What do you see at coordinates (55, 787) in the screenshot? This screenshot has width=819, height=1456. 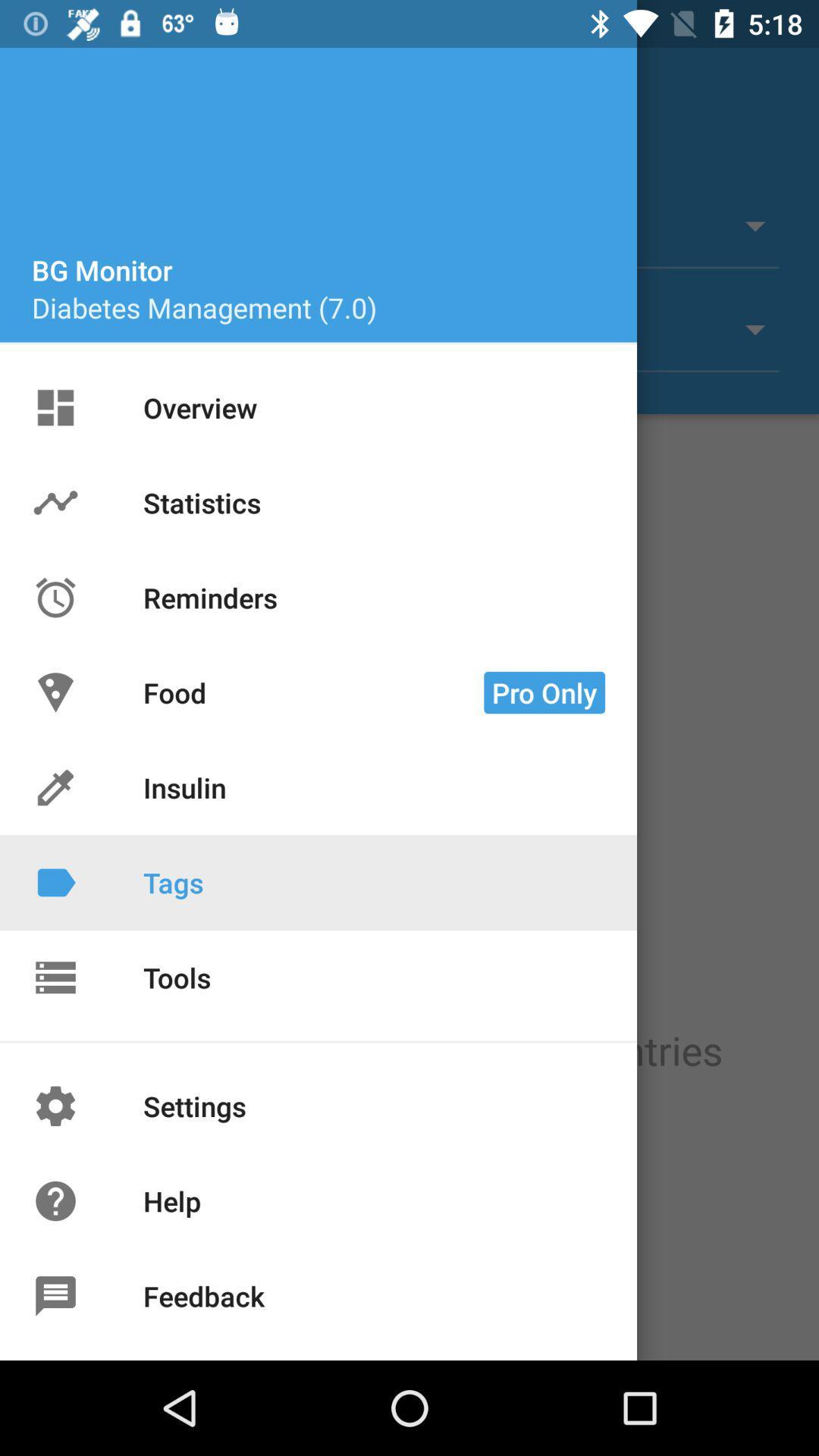 I see `mark icon in front text insulin` at bounding box center [55, 787].